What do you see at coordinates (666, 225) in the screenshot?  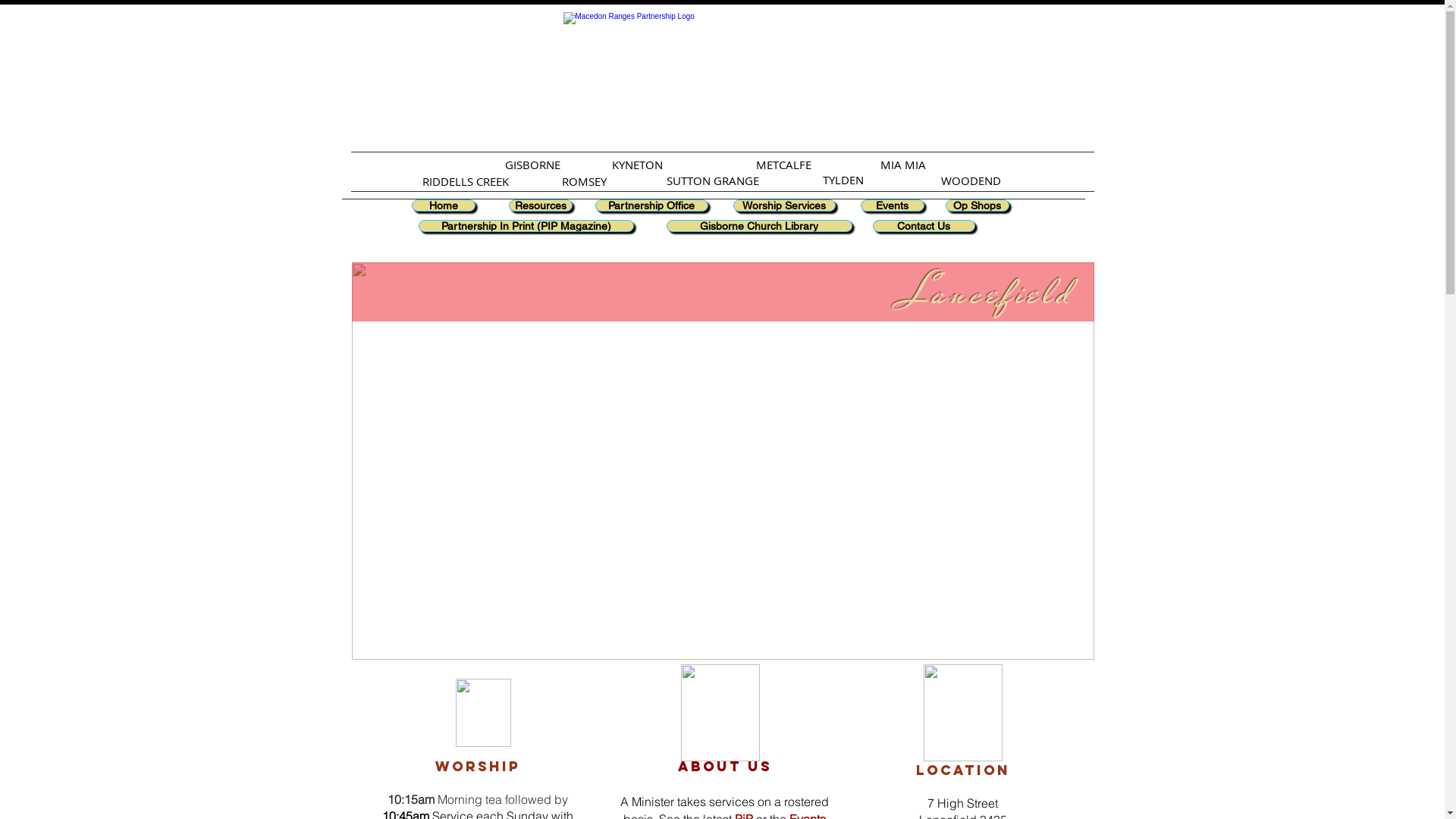 I see `'Gisborne Church Library'` at bounding box center [666, 225].